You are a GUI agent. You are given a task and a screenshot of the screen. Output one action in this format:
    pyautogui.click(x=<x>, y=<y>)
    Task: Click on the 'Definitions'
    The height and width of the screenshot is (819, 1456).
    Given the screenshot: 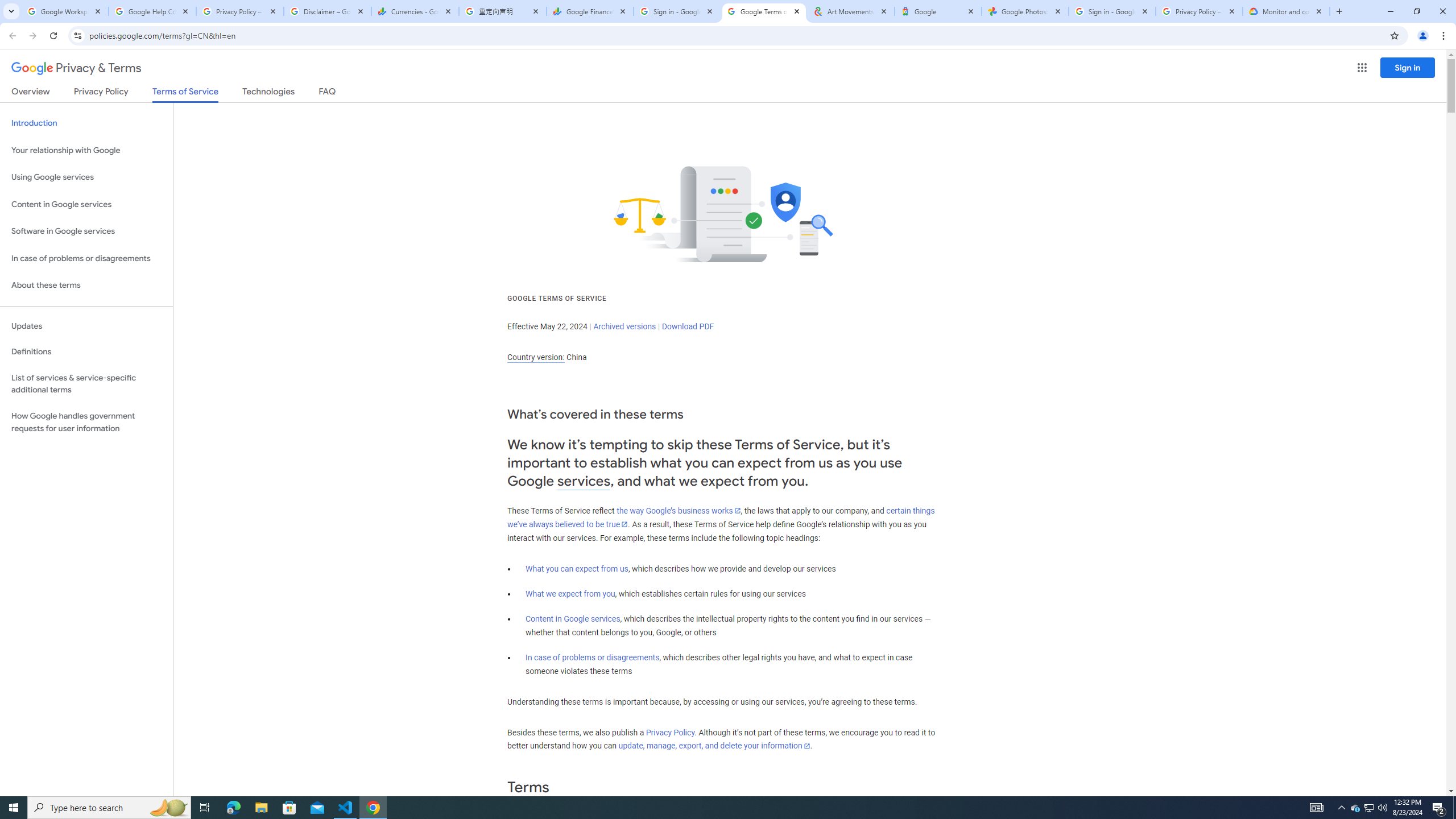 What is the action you would take?
    pyautogui.click(x=86, y=351)
    